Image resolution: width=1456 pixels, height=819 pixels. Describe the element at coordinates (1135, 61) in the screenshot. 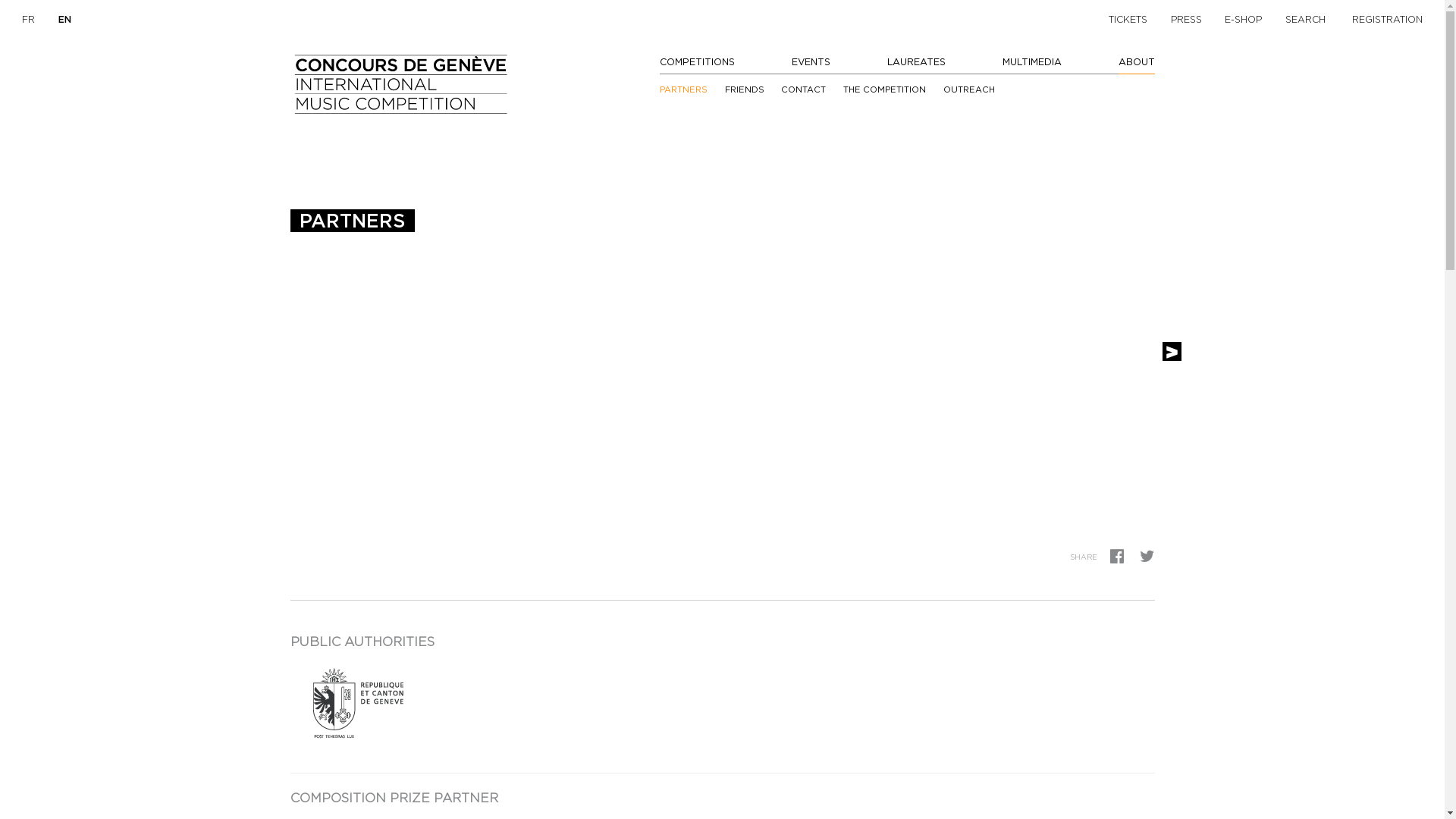

I see `'ABOUT'` at that location.